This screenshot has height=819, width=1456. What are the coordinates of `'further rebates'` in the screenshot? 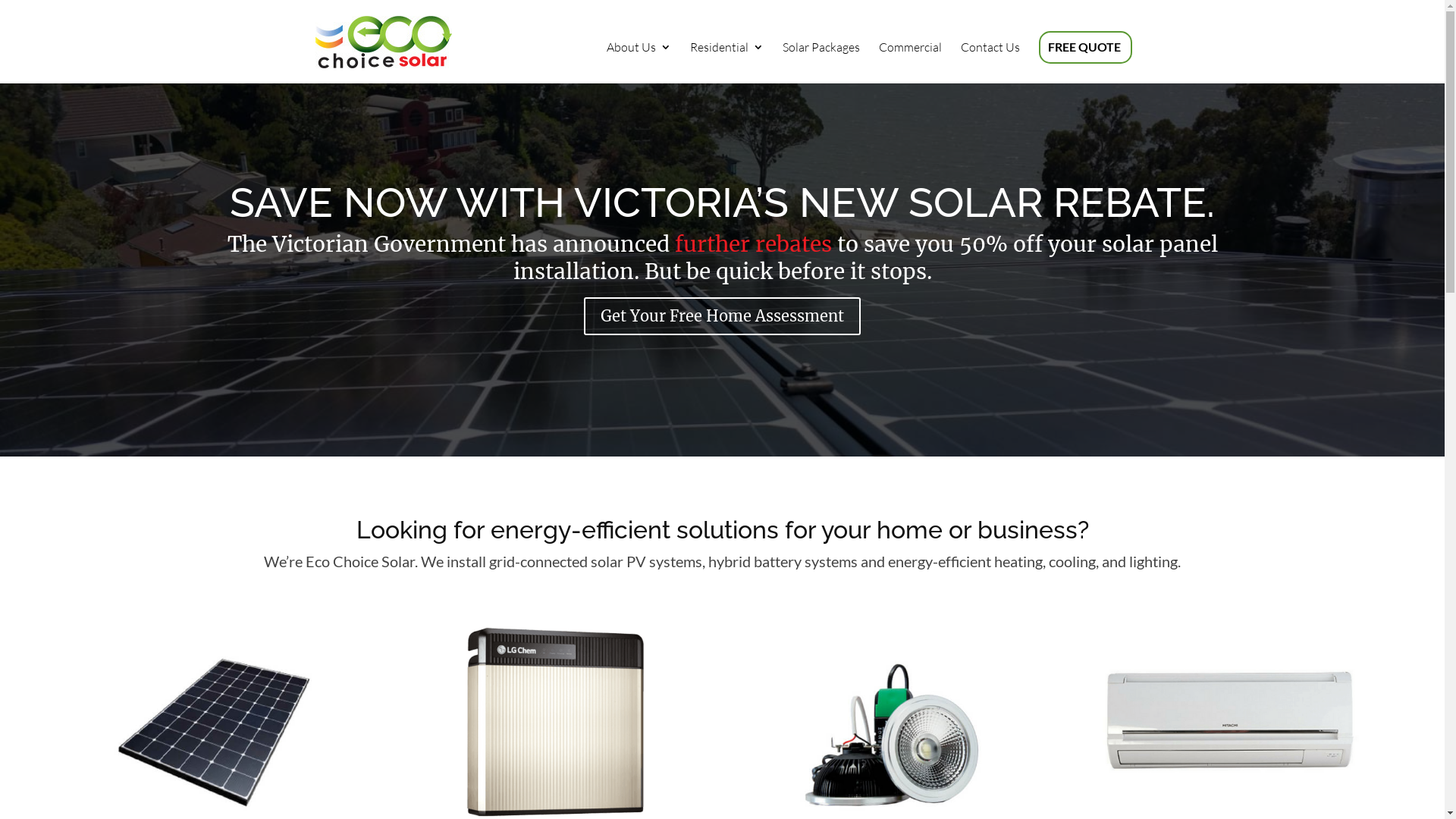 It's located at (673, 243).